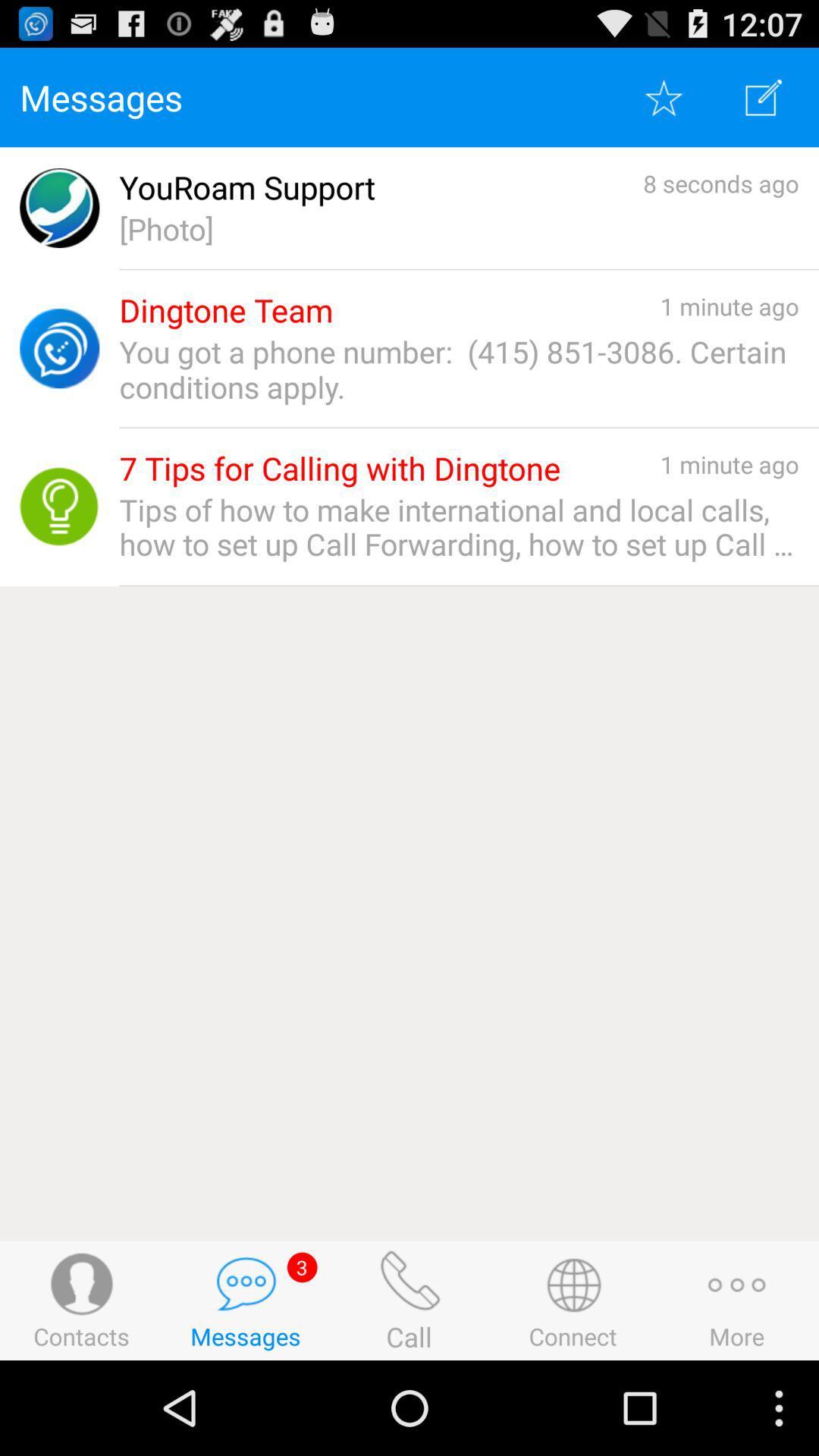 Image resolution: width=819 pixels, height=1456 pixels. Describe the element at coordinates (246, 187) in the screenshot. I see `youroam support app` at that location.